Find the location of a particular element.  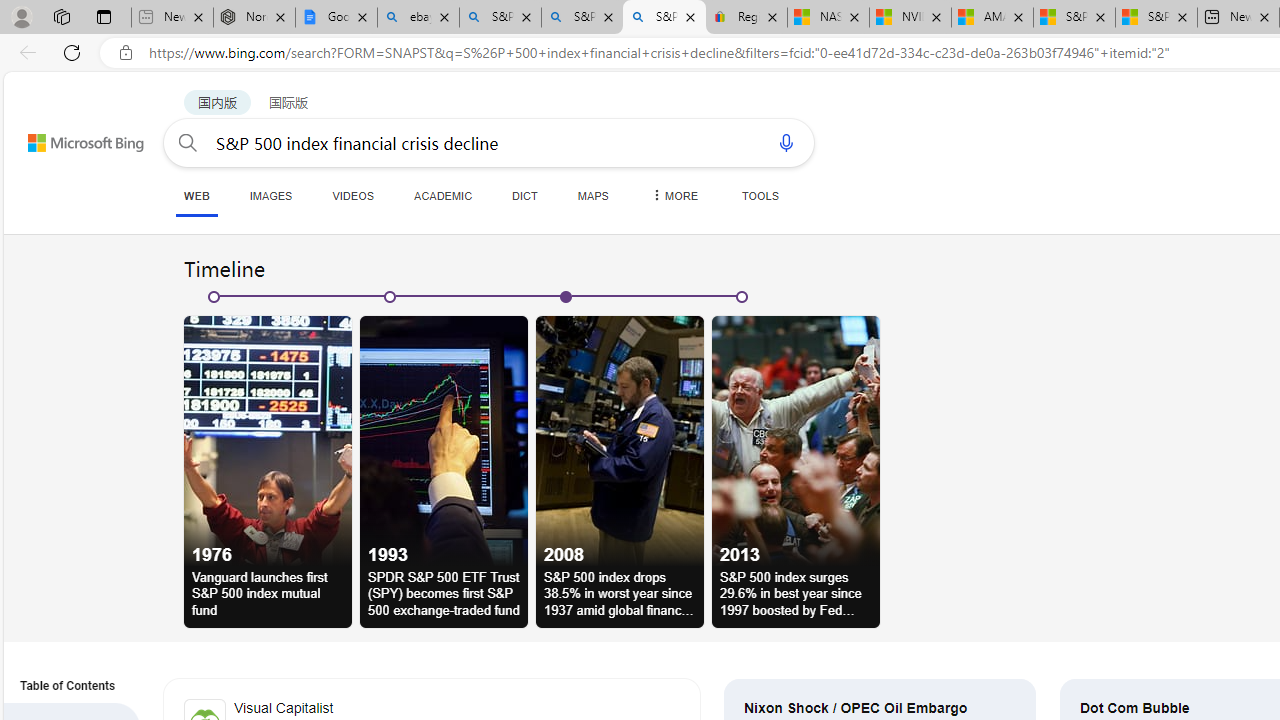

'WEB' is located at coordinates (197, 197).